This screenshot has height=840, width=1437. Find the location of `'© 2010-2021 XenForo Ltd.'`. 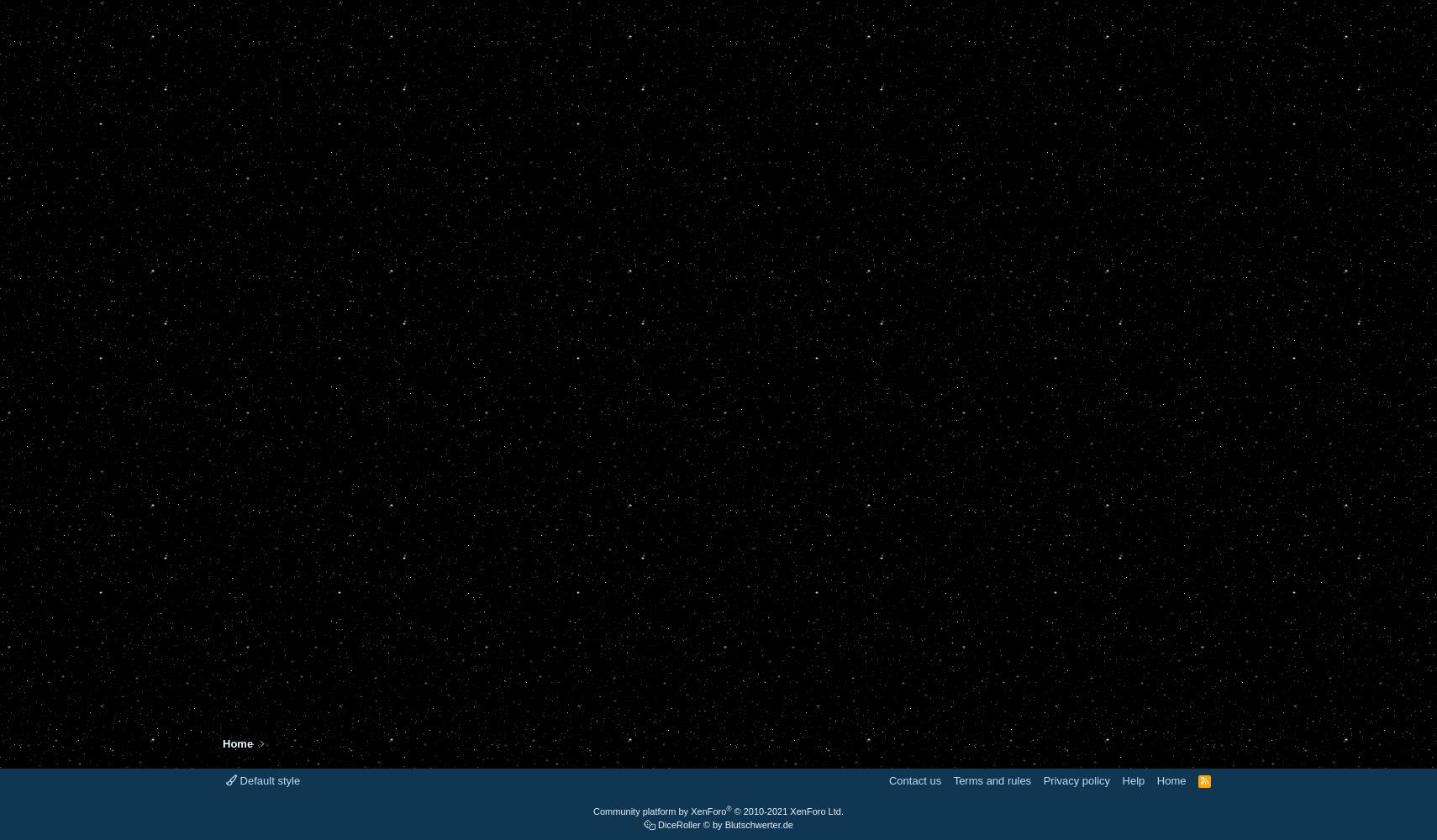

'© 2010-2021 XenForo Ltd.' is located at coordinates (787, 811).